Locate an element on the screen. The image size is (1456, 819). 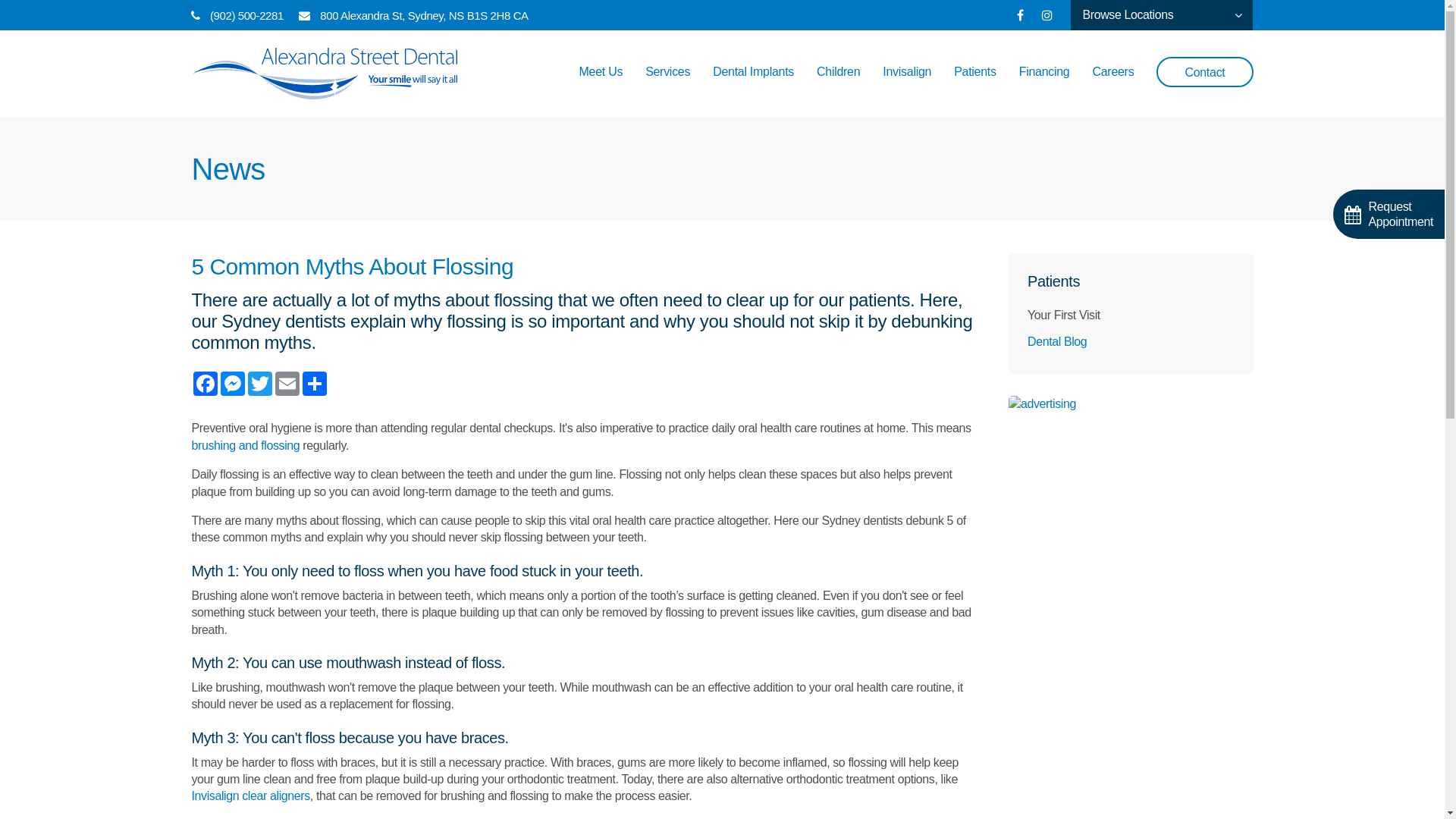
'Facebook' is located at coordinates (203, 382).